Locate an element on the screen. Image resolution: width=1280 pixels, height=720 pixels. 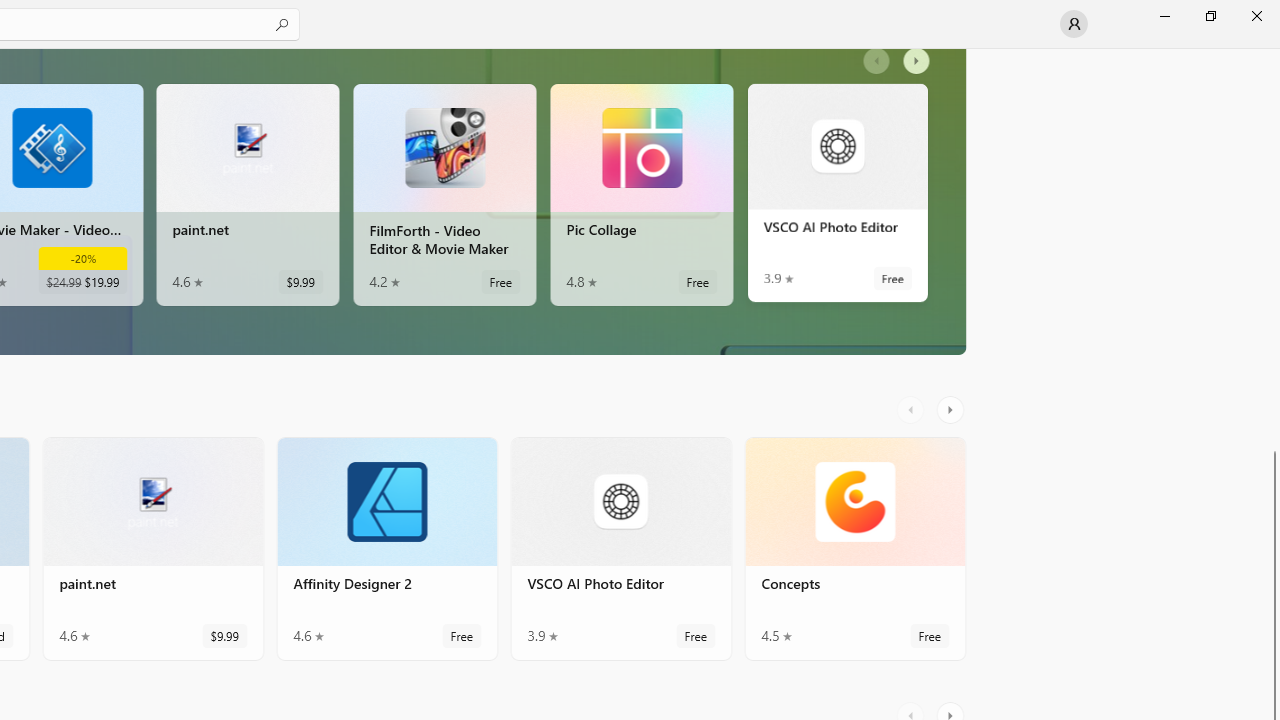
'Vertical Small Decrease' is located at coordinates (1271, 54).